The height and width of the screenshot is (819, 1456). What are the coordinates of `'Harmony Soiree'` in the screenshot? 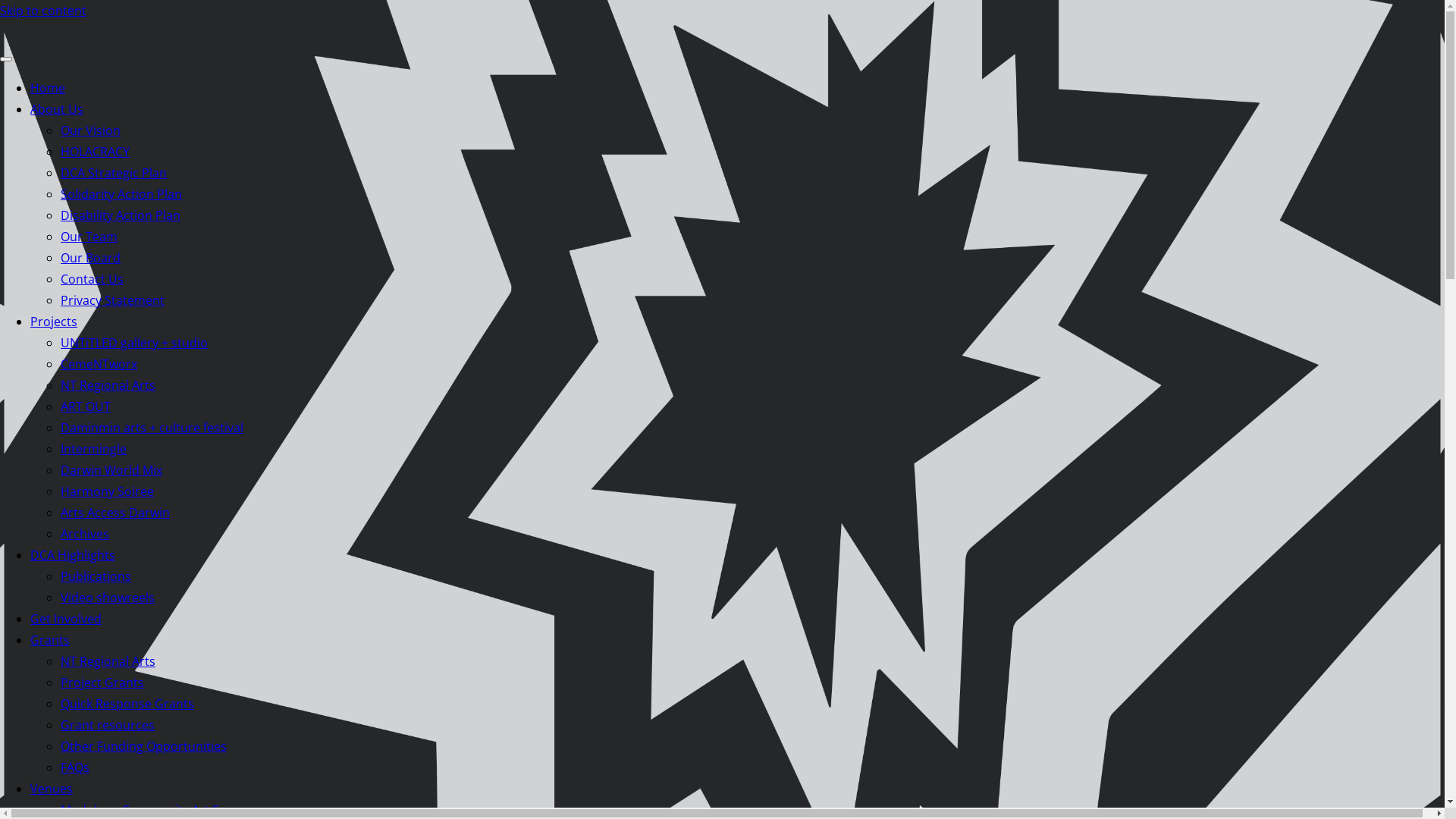 It's located at (106, 491).